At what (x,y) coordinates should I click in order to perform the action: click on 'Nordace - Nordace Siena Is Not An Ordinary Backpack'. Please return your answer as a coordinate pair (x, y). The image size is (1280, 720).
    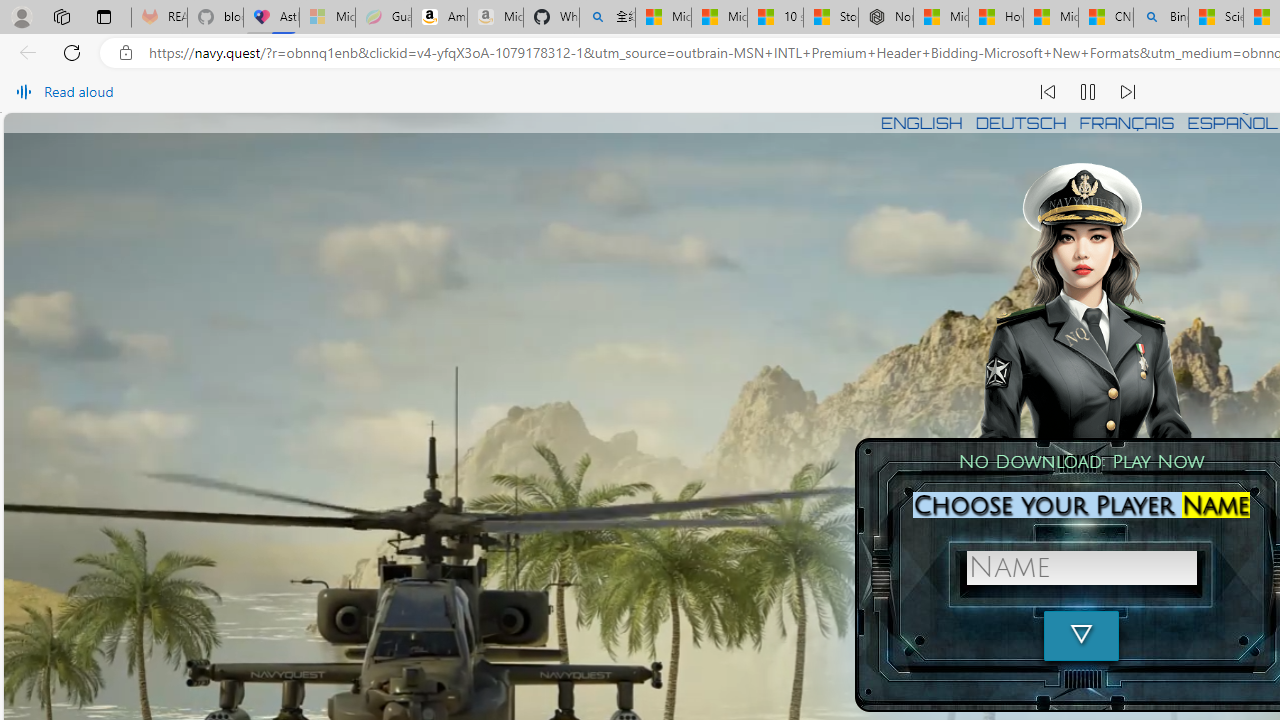
    Looking at the image, I should click on (884, 17).